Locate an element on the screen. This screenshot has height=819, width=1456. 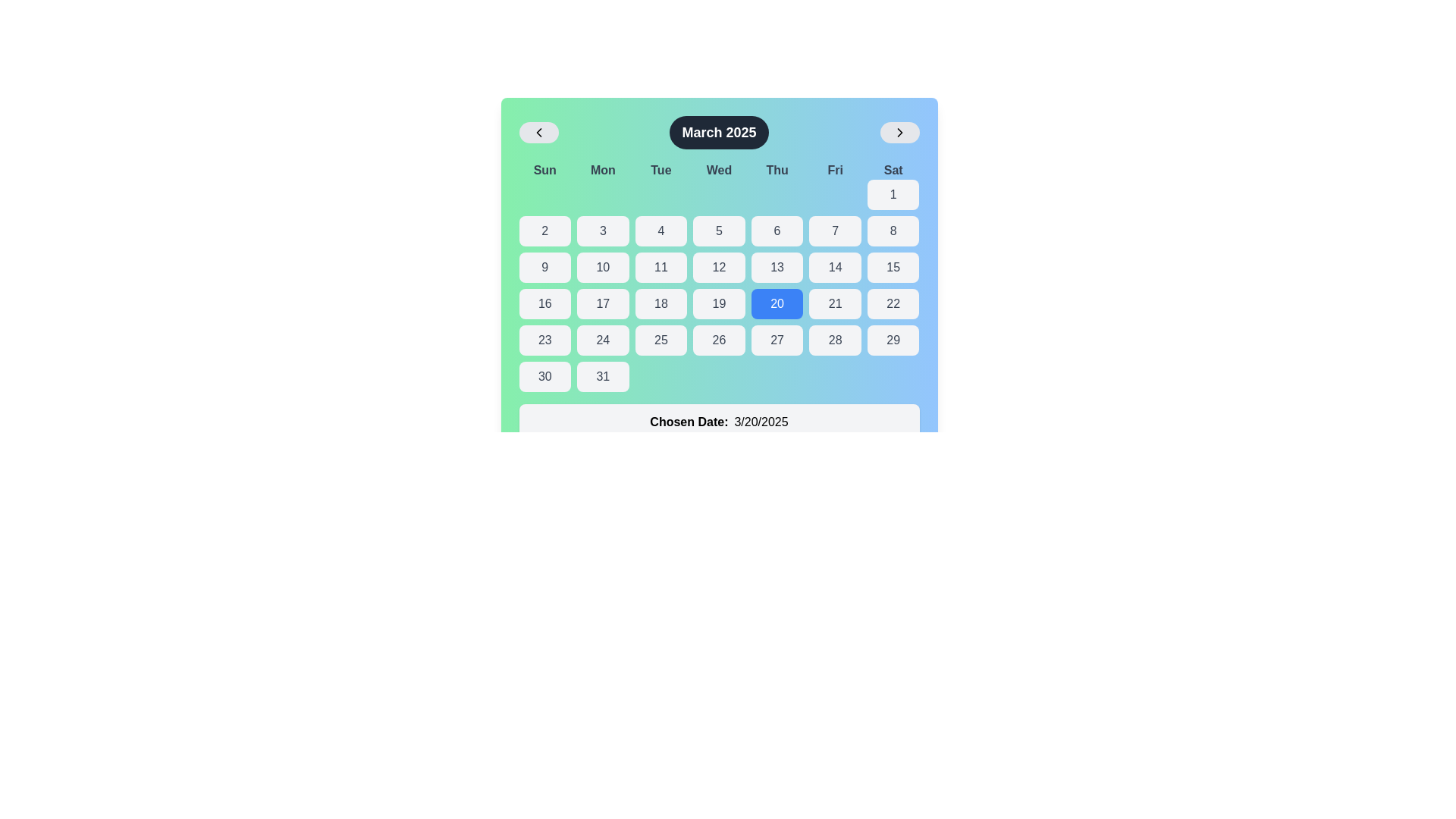
the button displaying the date '18' in the calendar grid is located at coordinates (661, 304).